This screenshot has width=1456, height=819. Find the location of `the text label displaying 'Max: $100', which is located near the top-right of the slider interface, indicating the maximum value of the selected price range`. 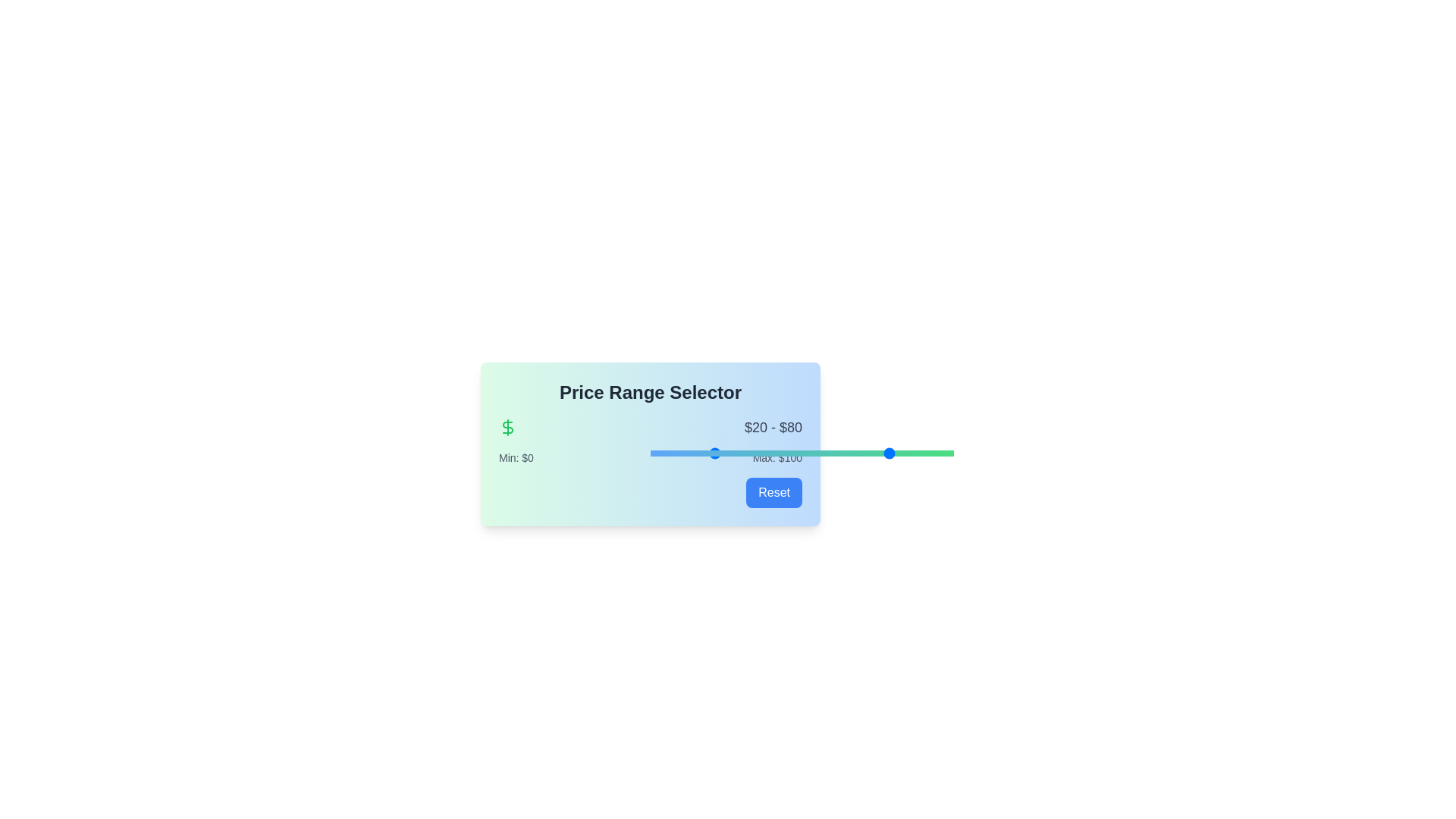

the text label displaying 'Max: $100', which is located near the top-right of the slider interface, indicating the maximum value of the selected price range is located at coordinates (777, 457).